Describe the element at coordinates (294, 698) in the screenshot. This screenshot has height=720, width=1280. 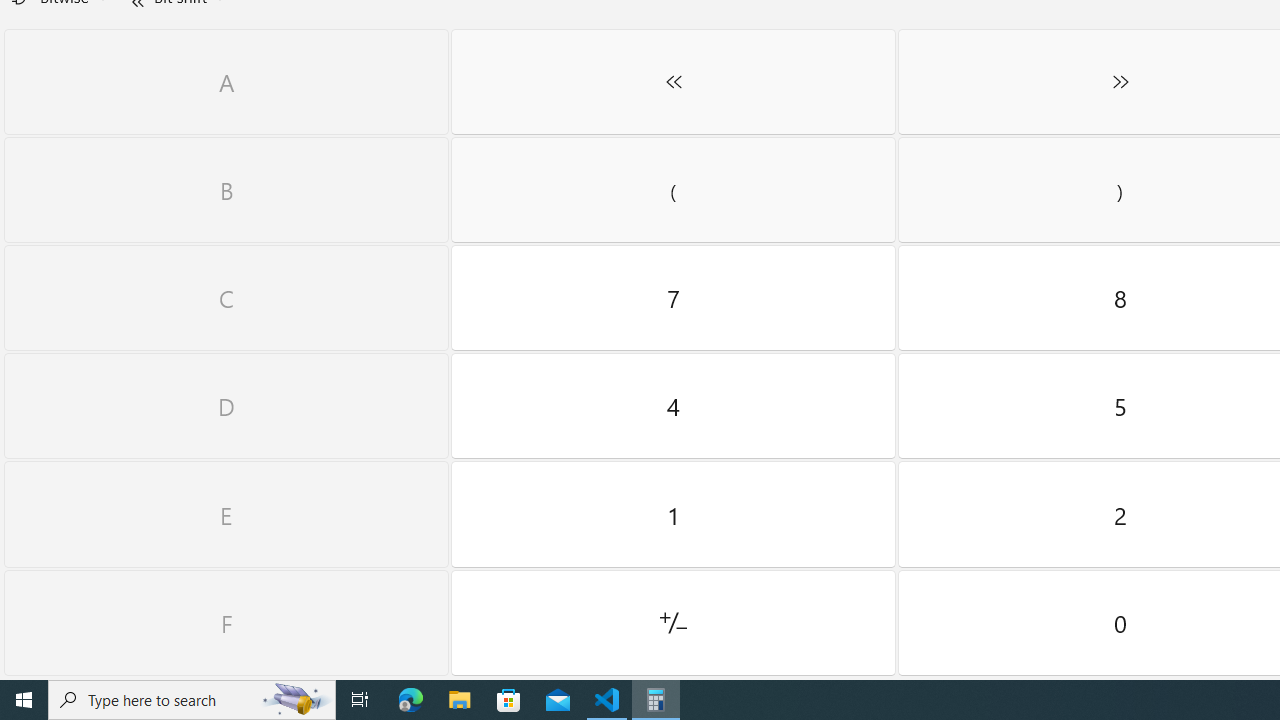
I see `'Search highlights icon opens search home window'` at that location.